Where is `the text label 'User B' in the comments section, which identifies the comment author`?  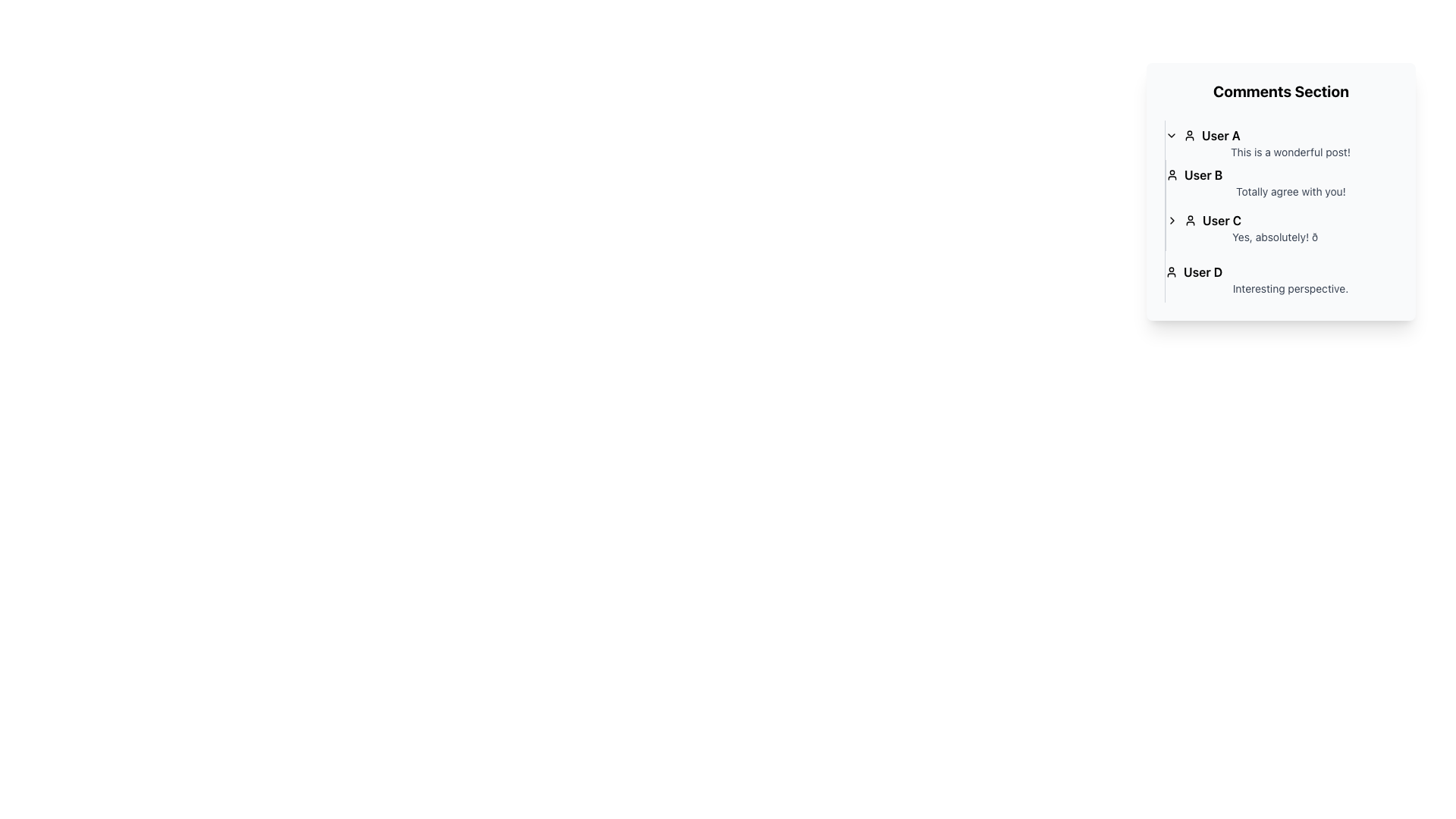 the text label 'User B' in the comments section, which identifies the comment author is located at coordinates (1203, 174).